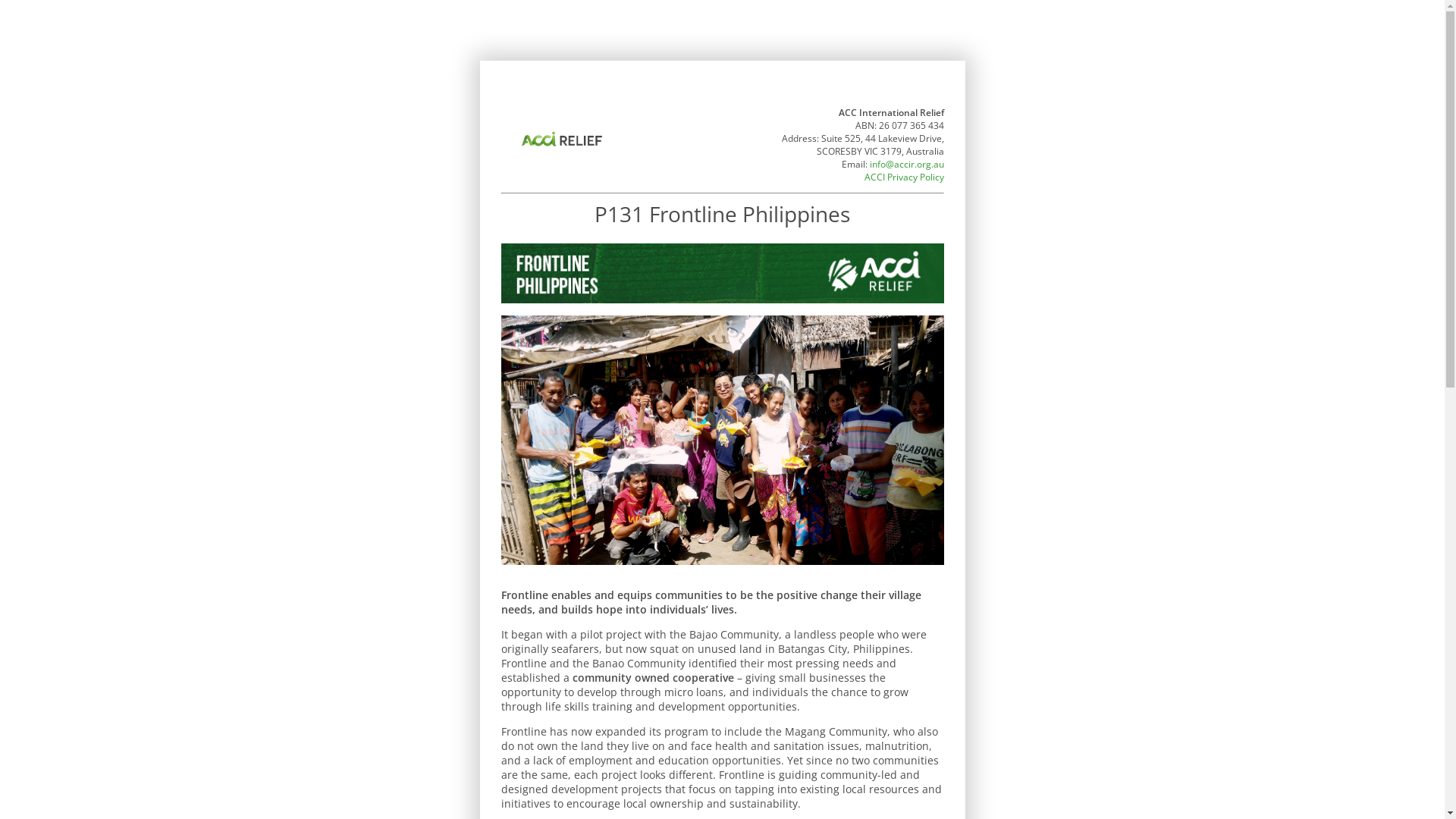  What do you see at coordinates (560, 140) in the screenshot?
I see `'ACCI Relief'` at bounding box center [560, 140].